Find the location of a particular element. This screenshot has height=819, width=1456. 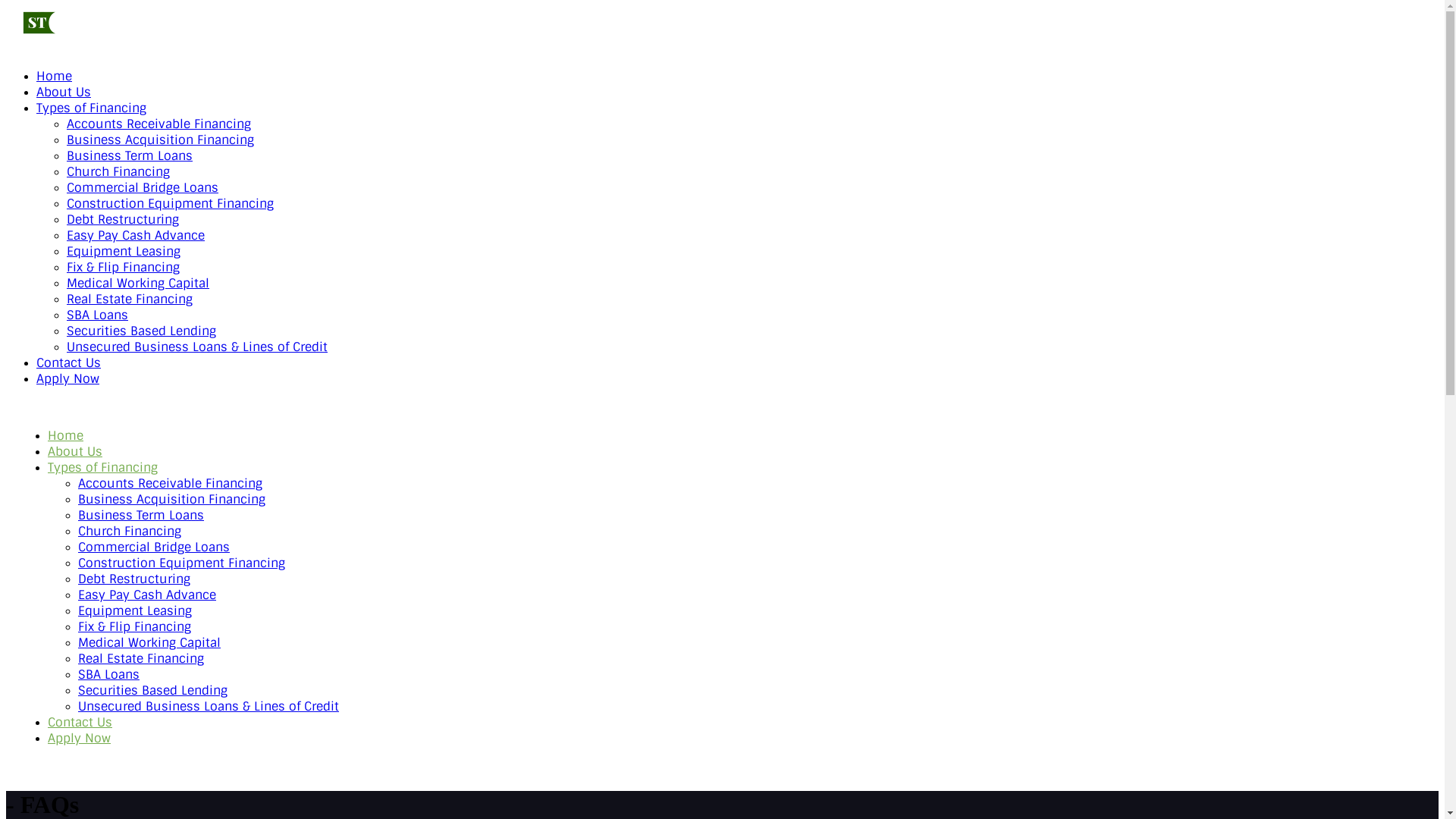

'Apply Now' is located at coordinates (78, 737).